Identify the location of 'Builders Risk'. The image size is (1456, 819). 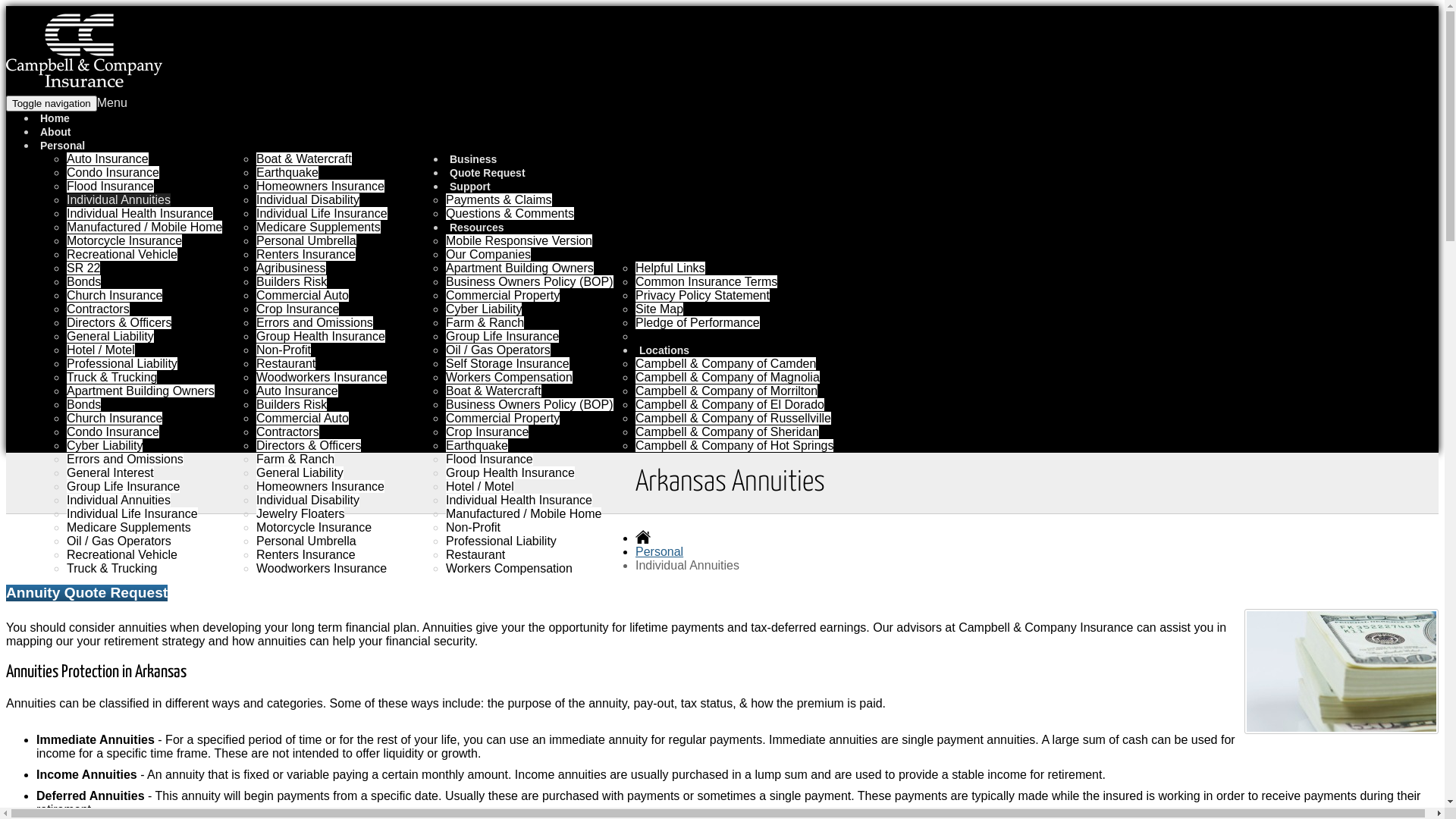
(291, 281).